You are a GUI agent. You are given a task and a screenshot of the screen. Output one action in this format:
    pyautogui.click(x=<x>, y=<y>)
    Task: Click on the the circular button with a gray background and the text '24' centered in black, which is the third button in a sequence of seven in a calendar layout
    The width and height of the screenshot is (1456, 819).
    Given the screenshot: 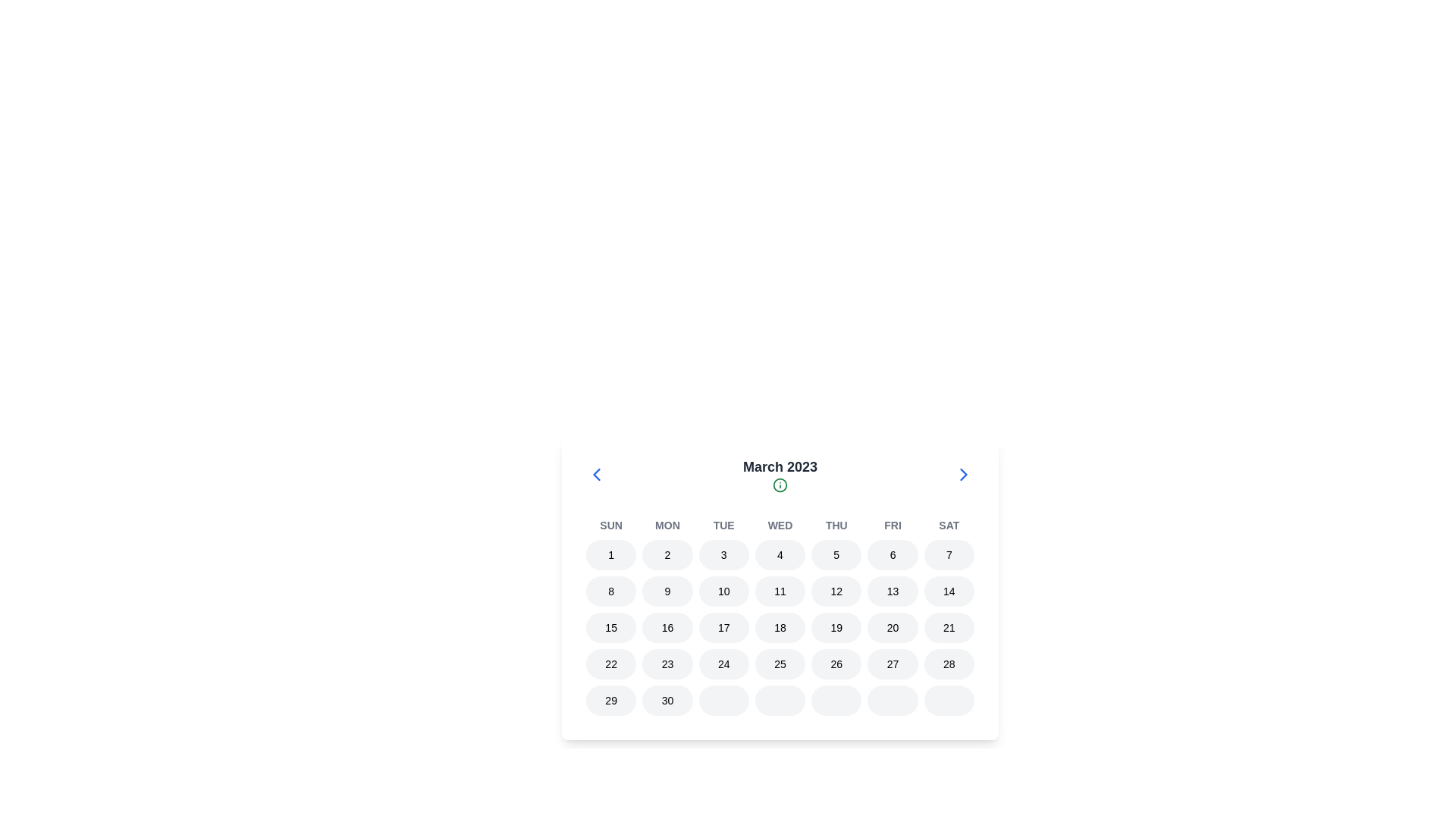 What is the action you would take?
    pyautogui.click(x=723, y=663)
    